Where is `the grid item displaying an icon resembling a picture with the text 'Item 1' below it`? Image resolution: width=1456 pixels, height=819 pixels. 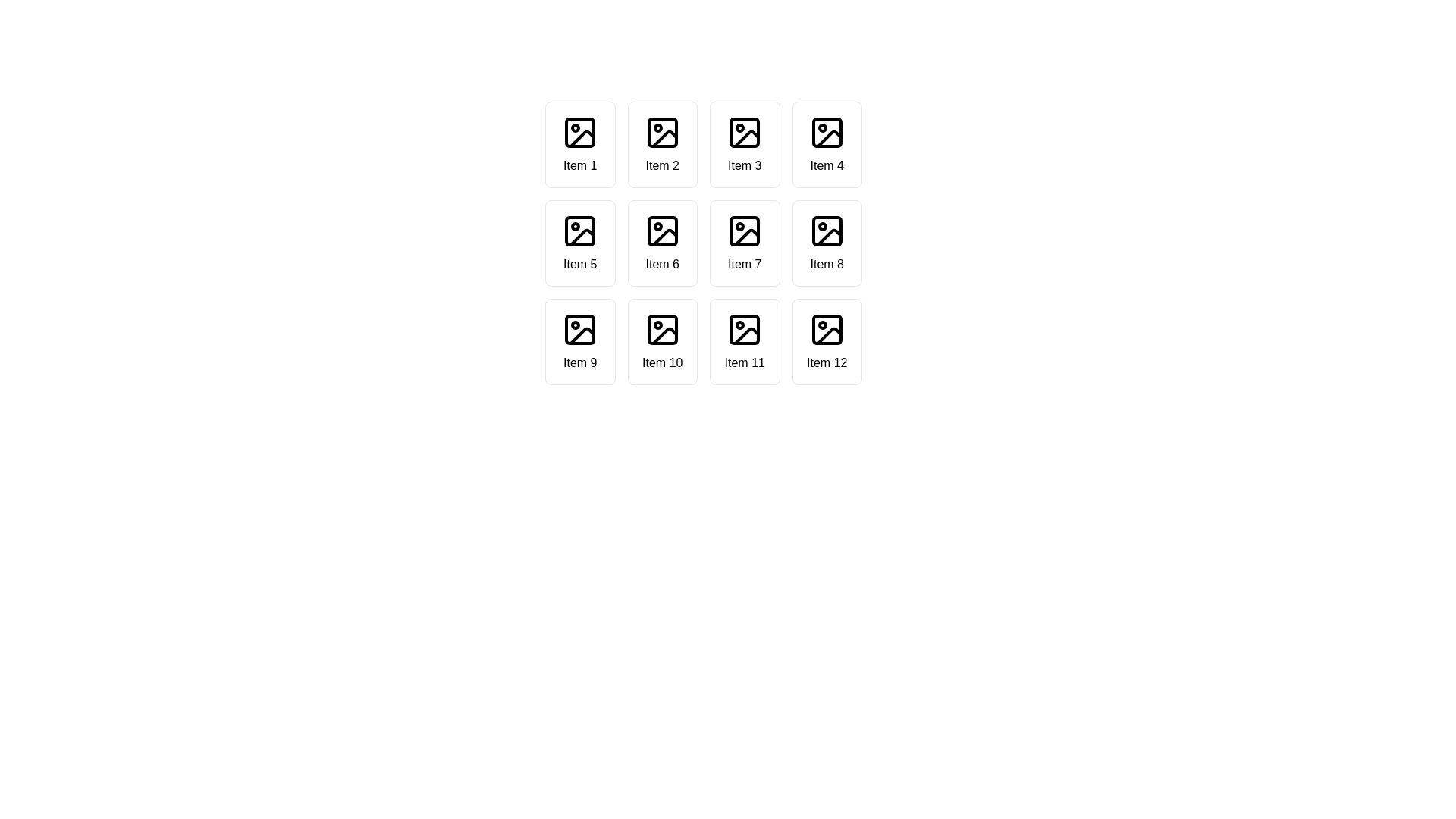
the grid item displaying an icon resembling a picture with the text 'Item 1' below it is located at coordinates (579, 145).